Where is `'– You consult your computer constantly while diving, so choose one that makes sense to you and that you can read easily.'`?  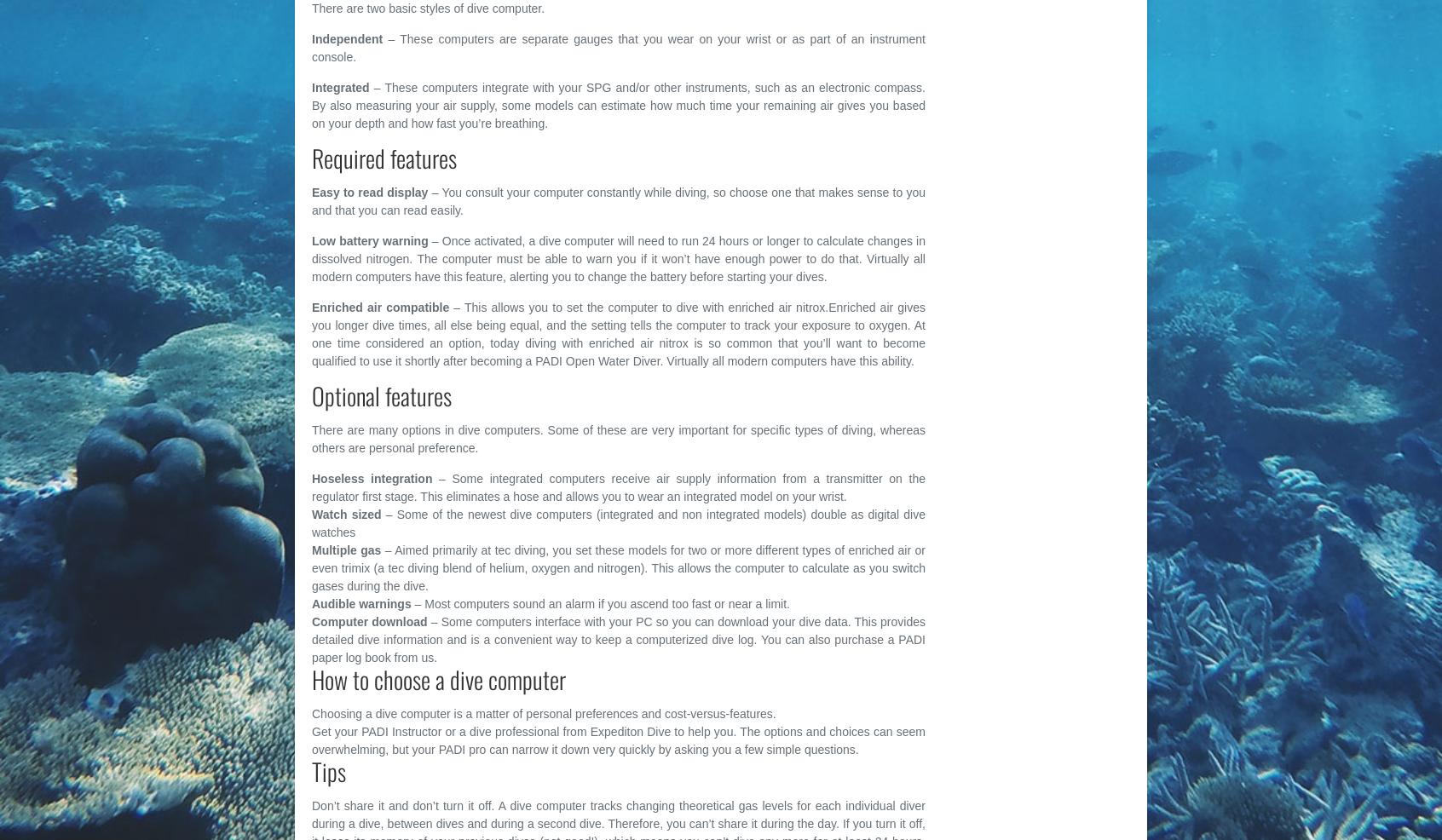 '– You consult your computer constantly while diving, so choose one that makes sense to you and that you can read easily.' is located at coordinates (618, 200).